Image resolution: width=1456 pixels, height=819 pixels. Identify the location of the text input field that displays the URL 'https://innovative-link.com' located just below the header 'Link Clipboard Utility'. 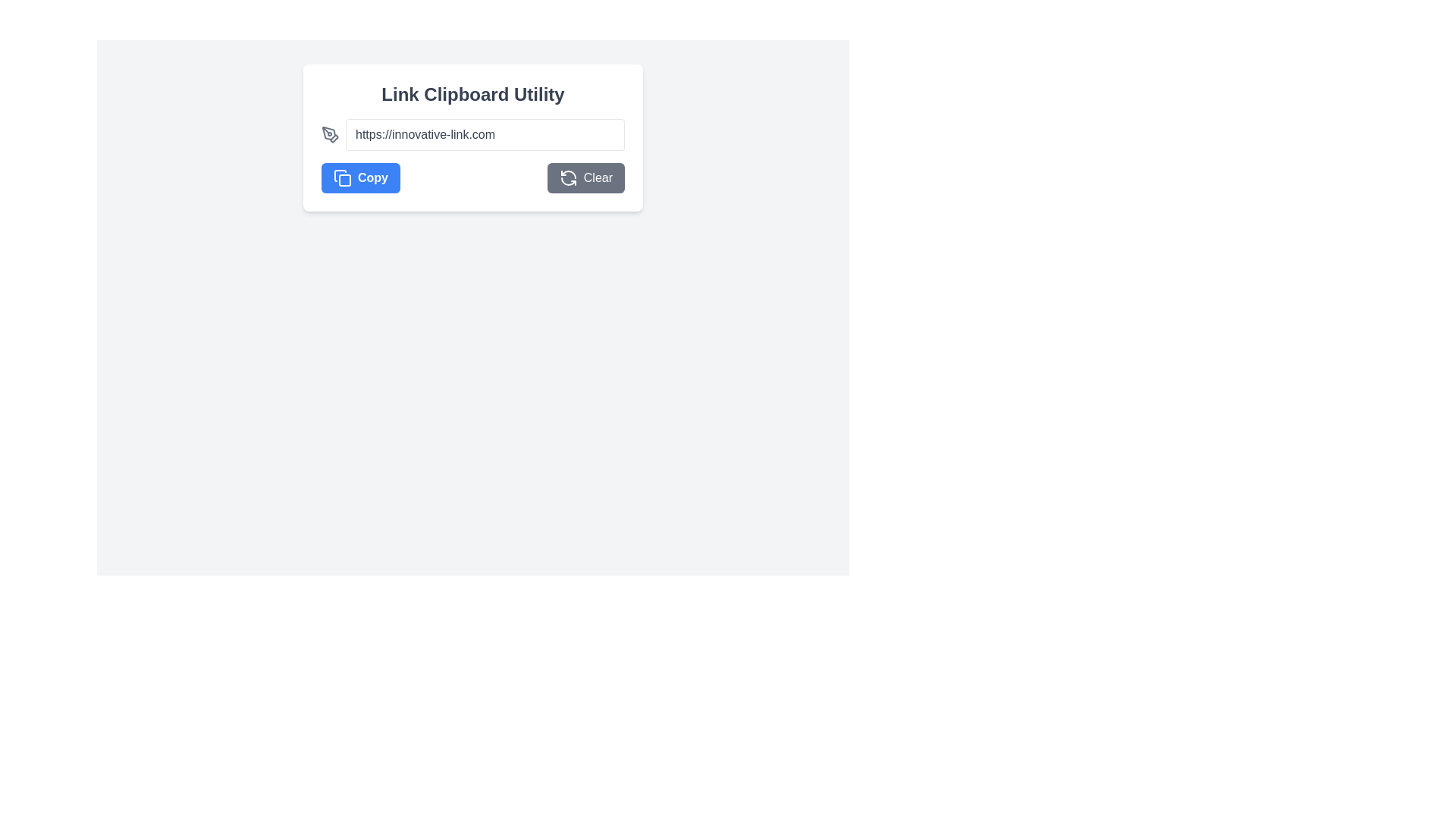
(484, 133).